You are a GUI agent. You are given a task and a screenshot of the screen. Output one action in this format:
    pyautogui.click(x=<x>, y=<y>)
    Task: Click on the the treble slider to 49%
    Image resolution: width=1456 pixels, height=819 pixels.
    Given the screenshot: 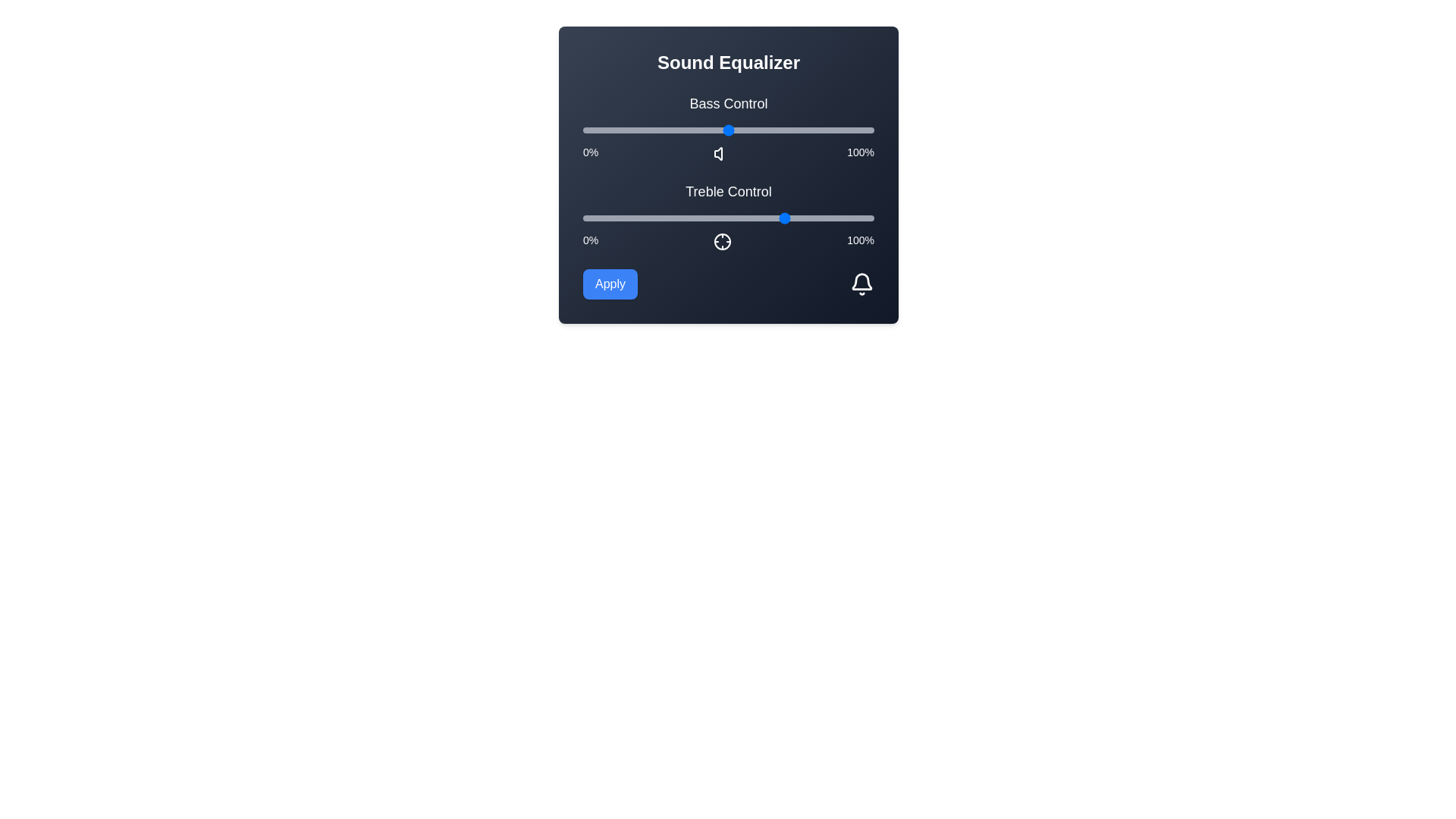 What is the action you would take?
    pyautogui.click(x=725, y=218)
    